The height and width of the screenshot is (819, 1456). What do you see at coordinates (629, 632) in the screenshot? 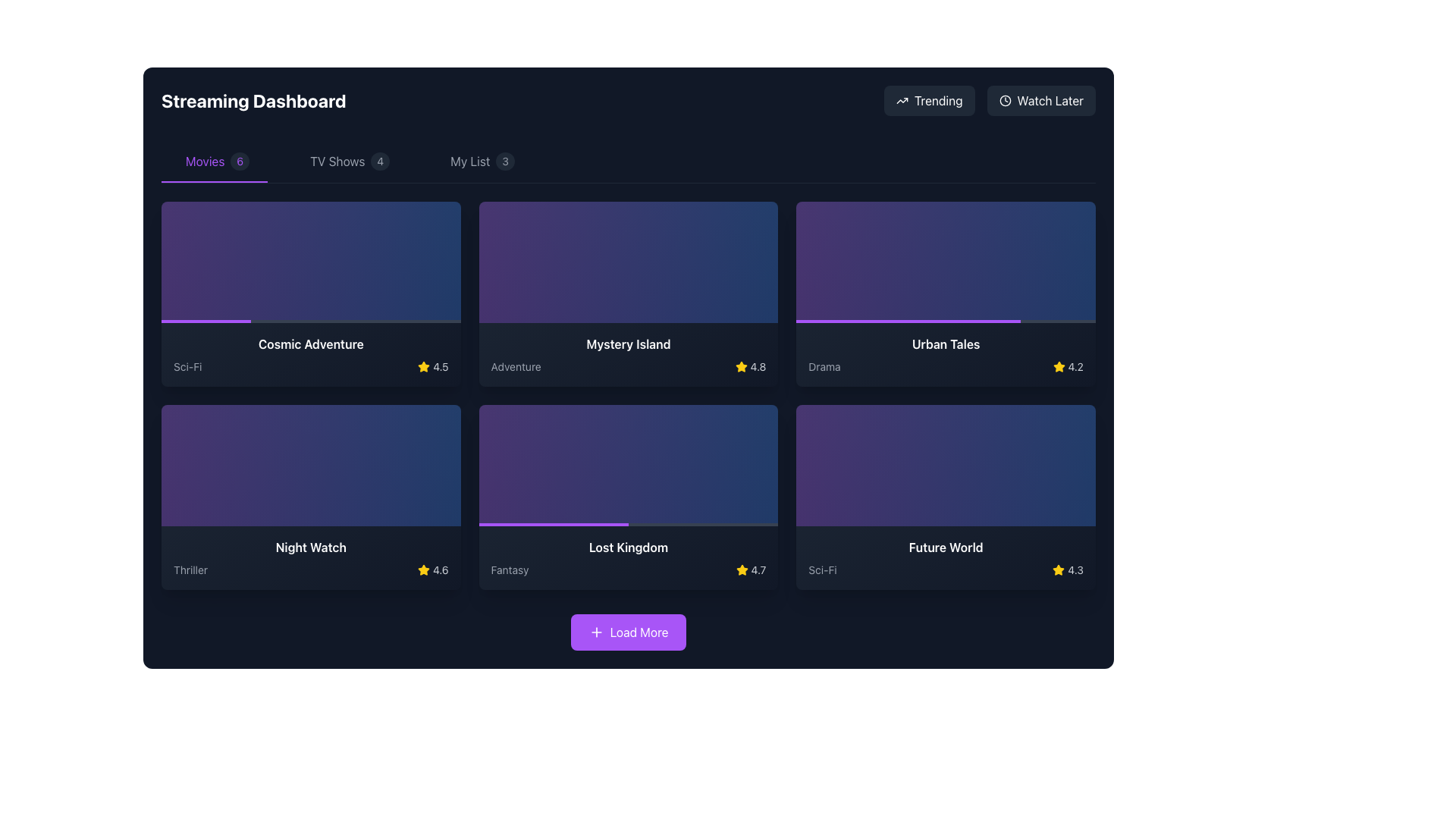
I see `the button located at the bottom section of the page, which triggers the loading of more content for movies or shows` at bounding box center [629, 632].